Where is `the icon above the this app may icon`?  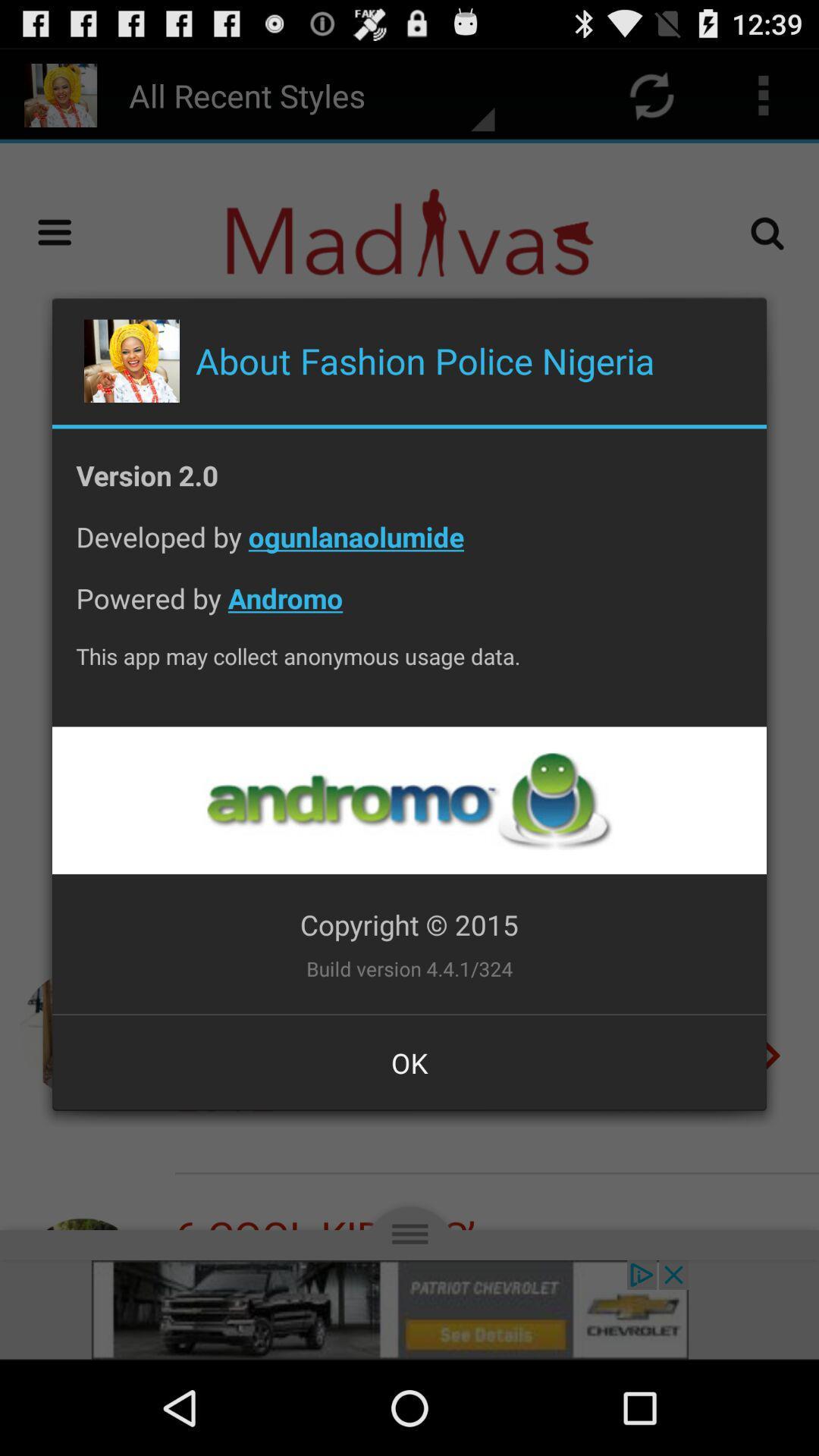
the icon above the this app may icon is located at coordinates (409, 610).